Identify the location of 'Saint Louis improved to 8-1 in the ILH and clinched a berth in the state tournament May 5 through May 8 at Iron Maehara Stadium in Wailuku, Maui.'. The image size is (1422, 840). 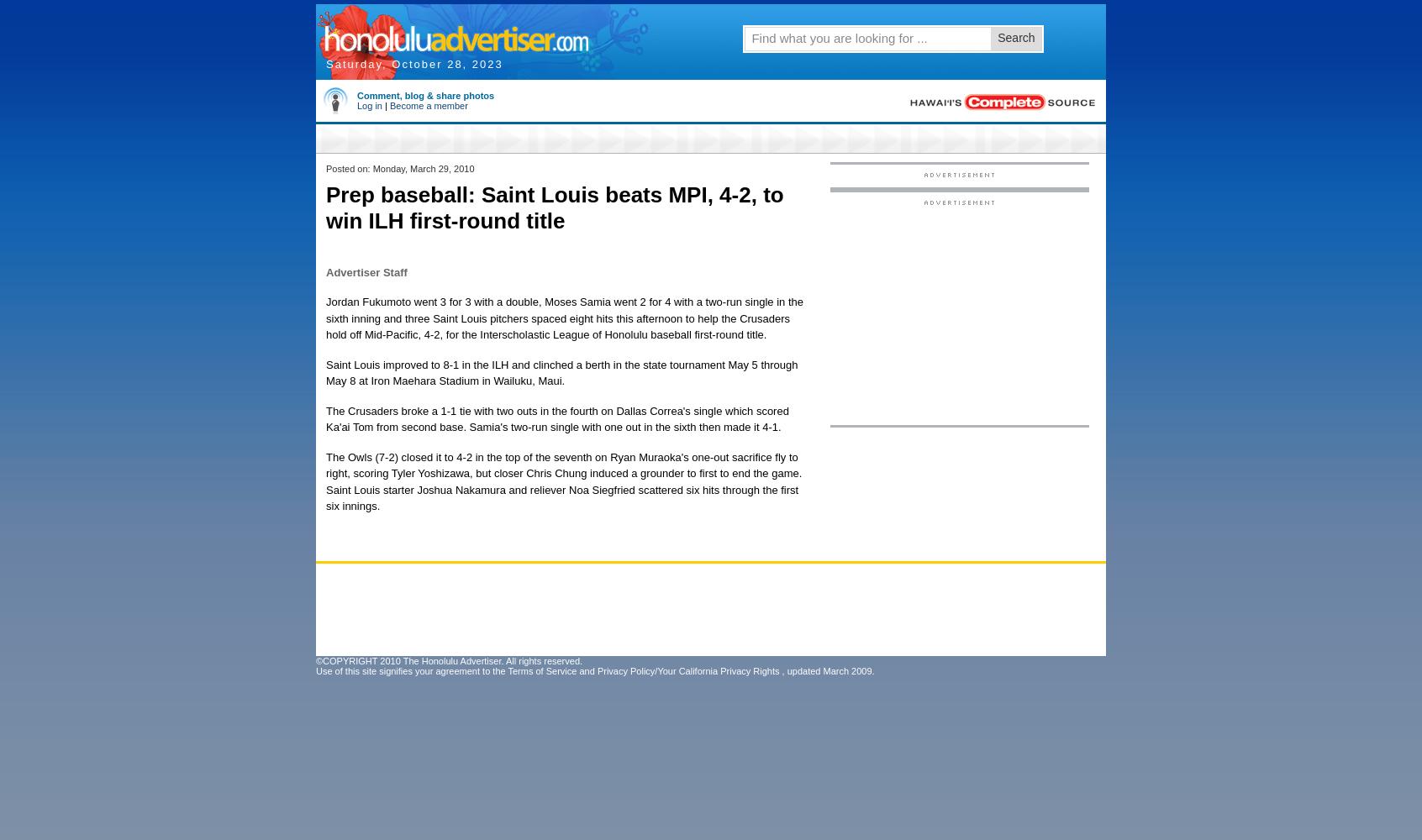
(561, 371).